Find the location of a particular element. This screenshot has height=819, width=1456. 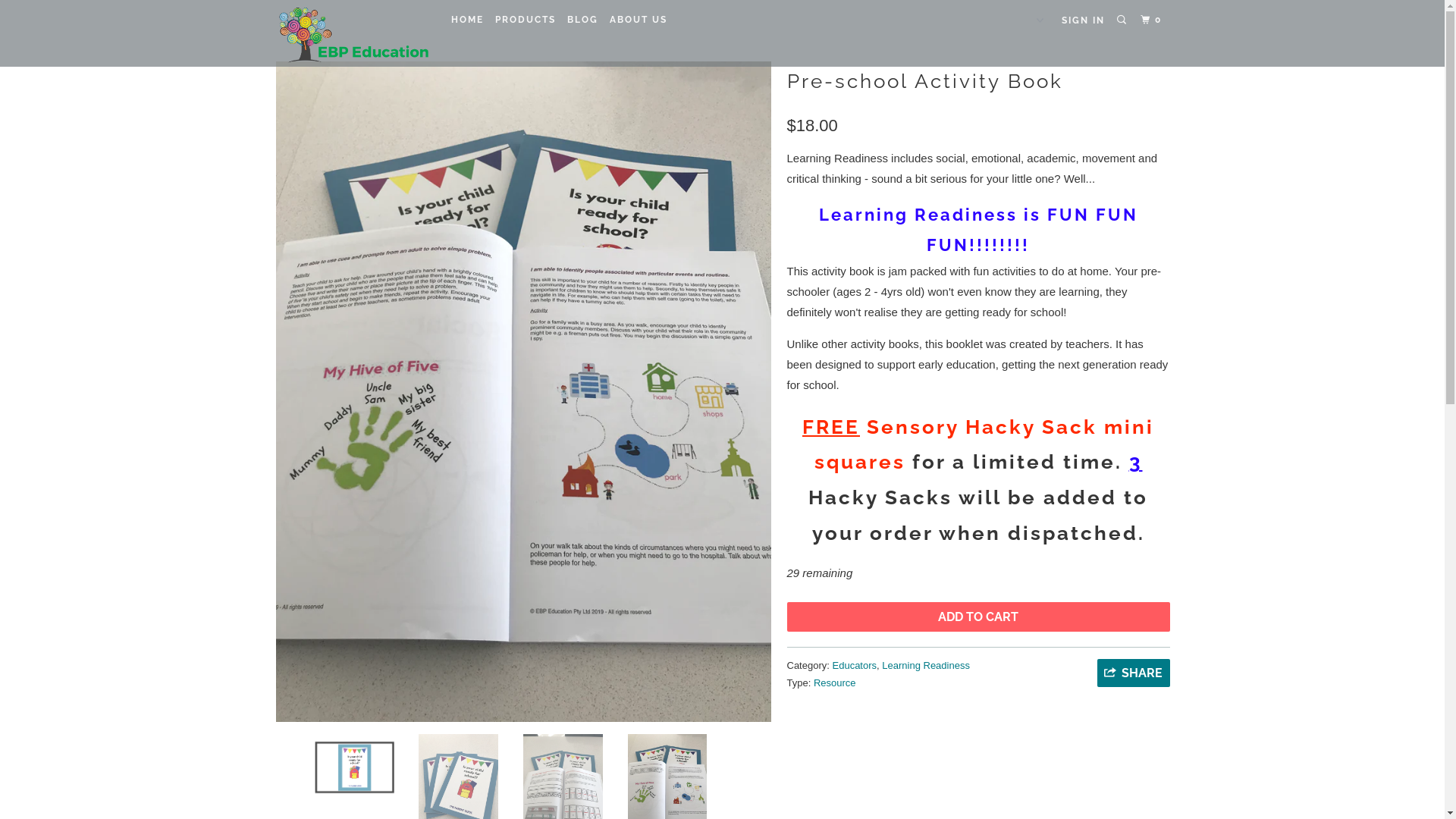

'ADD TO CART' is located at coordinates (978, 617).